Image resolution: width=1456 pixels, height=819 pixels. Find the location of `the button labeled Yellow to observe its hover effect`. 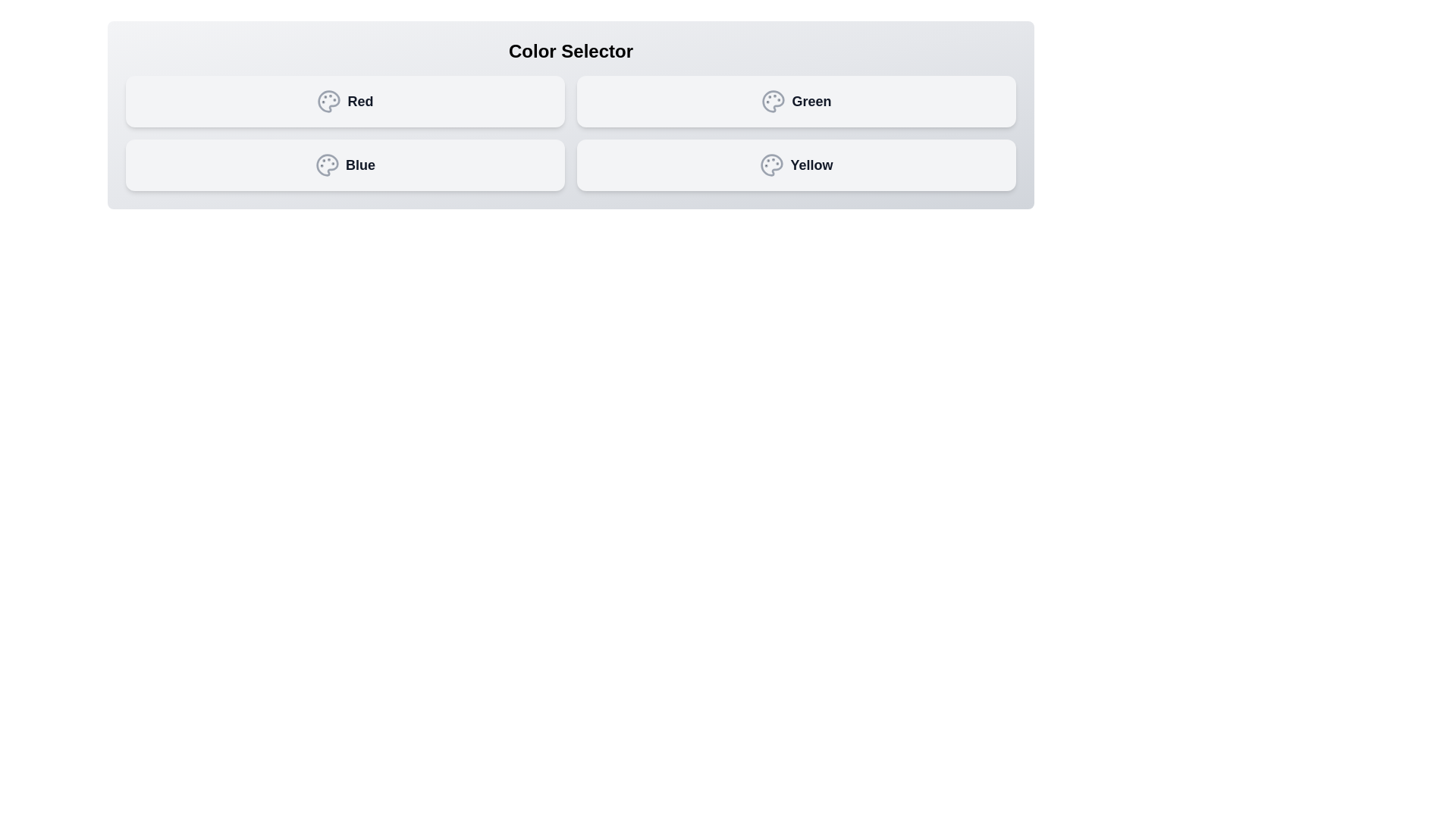

the button labeled Yellow to observe its hover effect is located at coordinates (795, 165).